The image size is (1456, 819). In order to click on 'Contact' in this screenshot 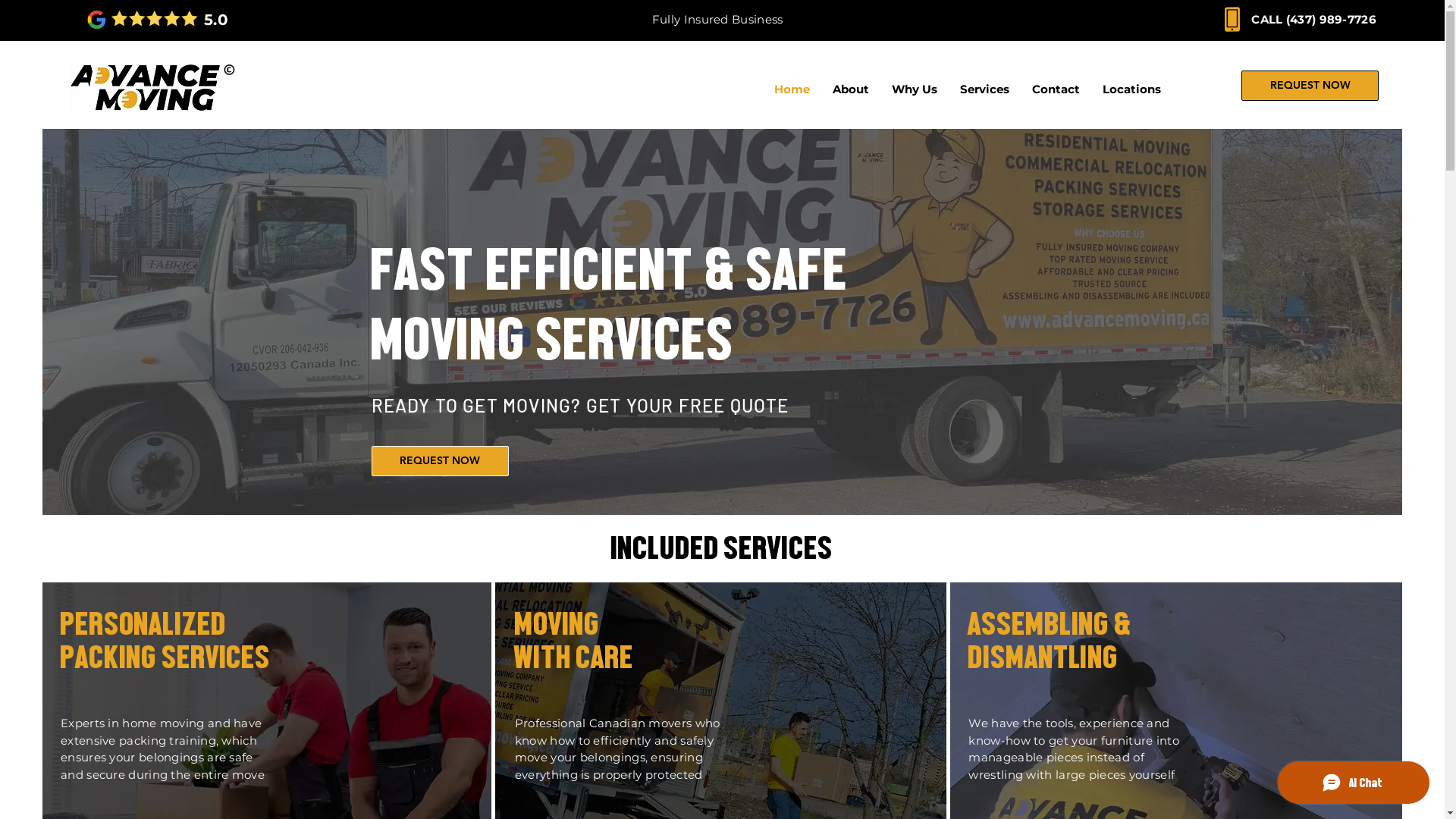, I will do `click(1055, 89)`.